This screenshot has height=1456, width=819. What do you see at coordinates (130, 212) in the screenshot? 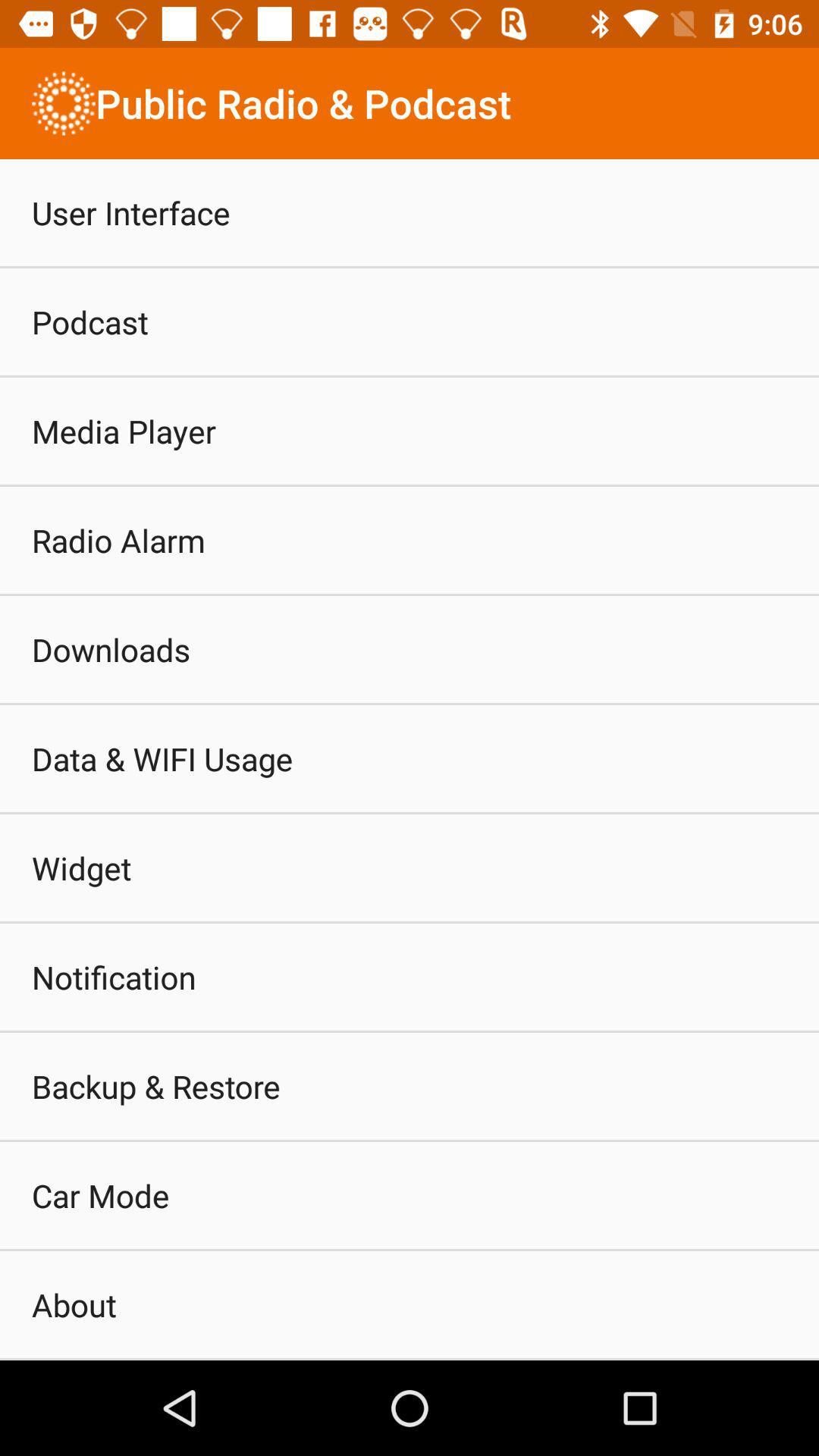
I see `the user interface item` at bounding box center [130, 212].